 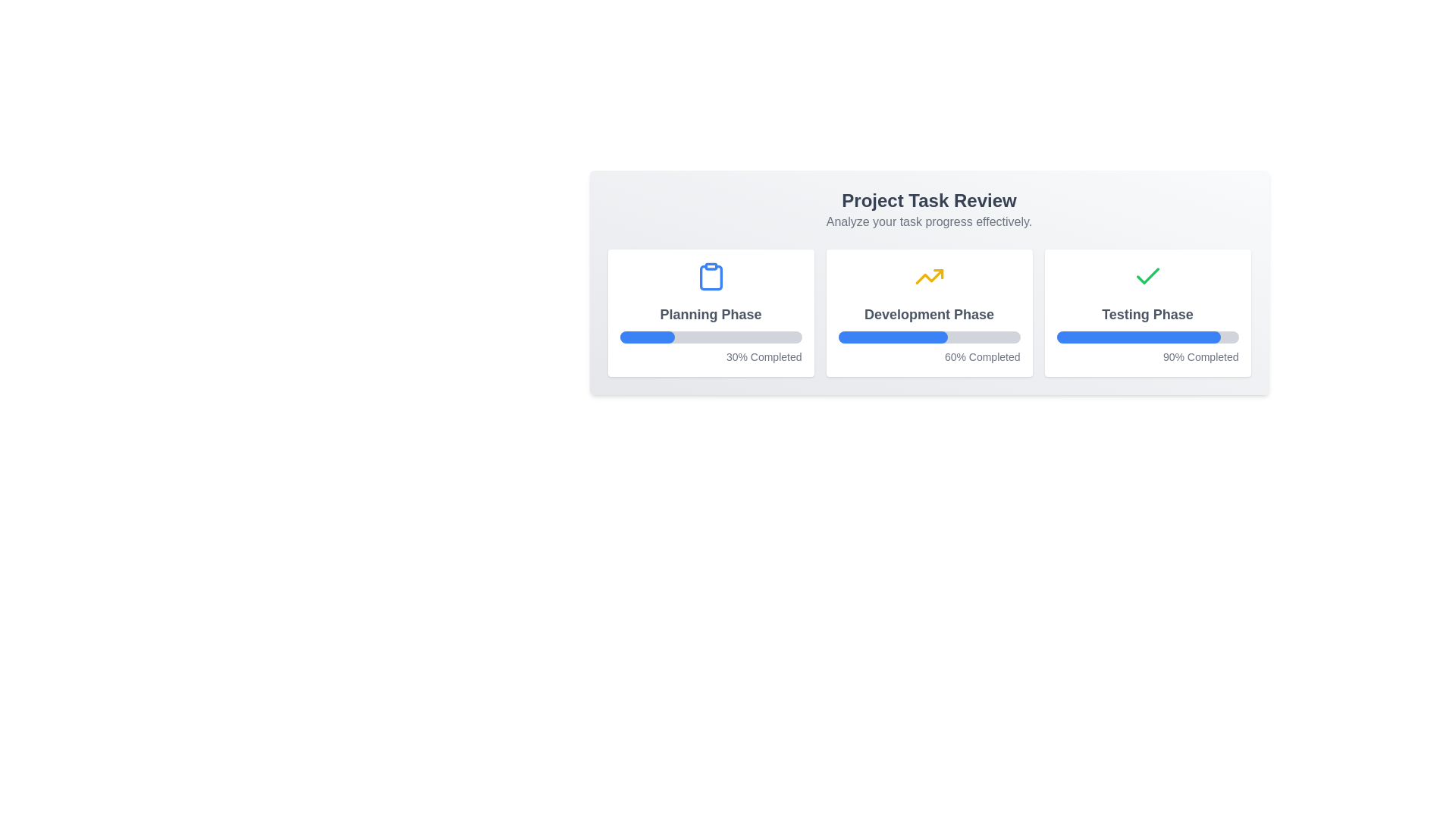 What do you see at coordinates (928, 312) in the screenshot?
I see `the second card in the horizontal list that represents the 'Development Phase' in the project, located between the 'Planning Phase' and 'Testing Phase' cards` at bounding box center [928, 312].